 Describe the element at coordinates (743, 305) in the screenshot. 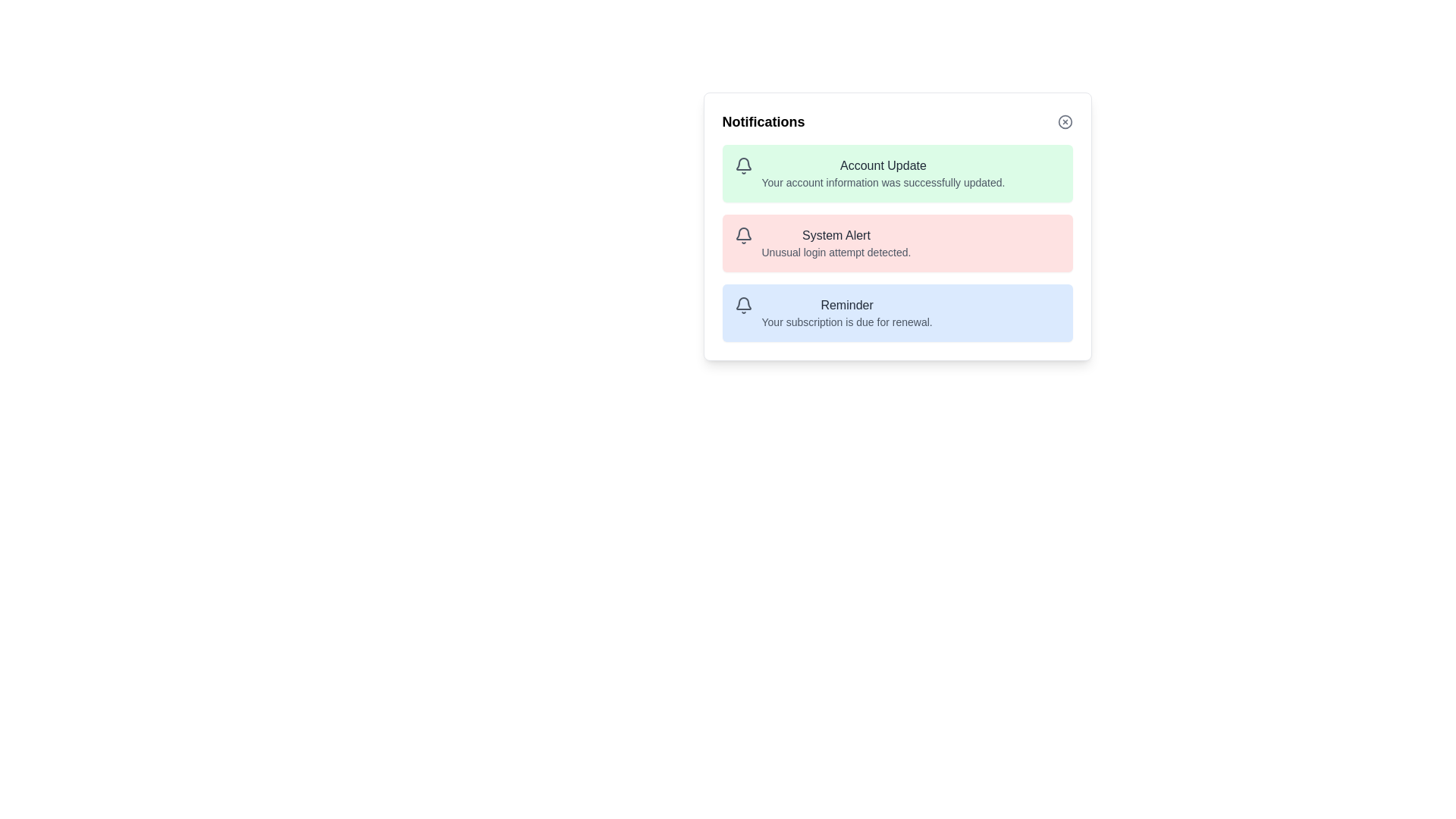

I see `the notification icon located at the top-left corner of a blue-shaded notification box, adjacent to the text 'Reminder' and 'Your subscription is due for renewal.'` at that location.